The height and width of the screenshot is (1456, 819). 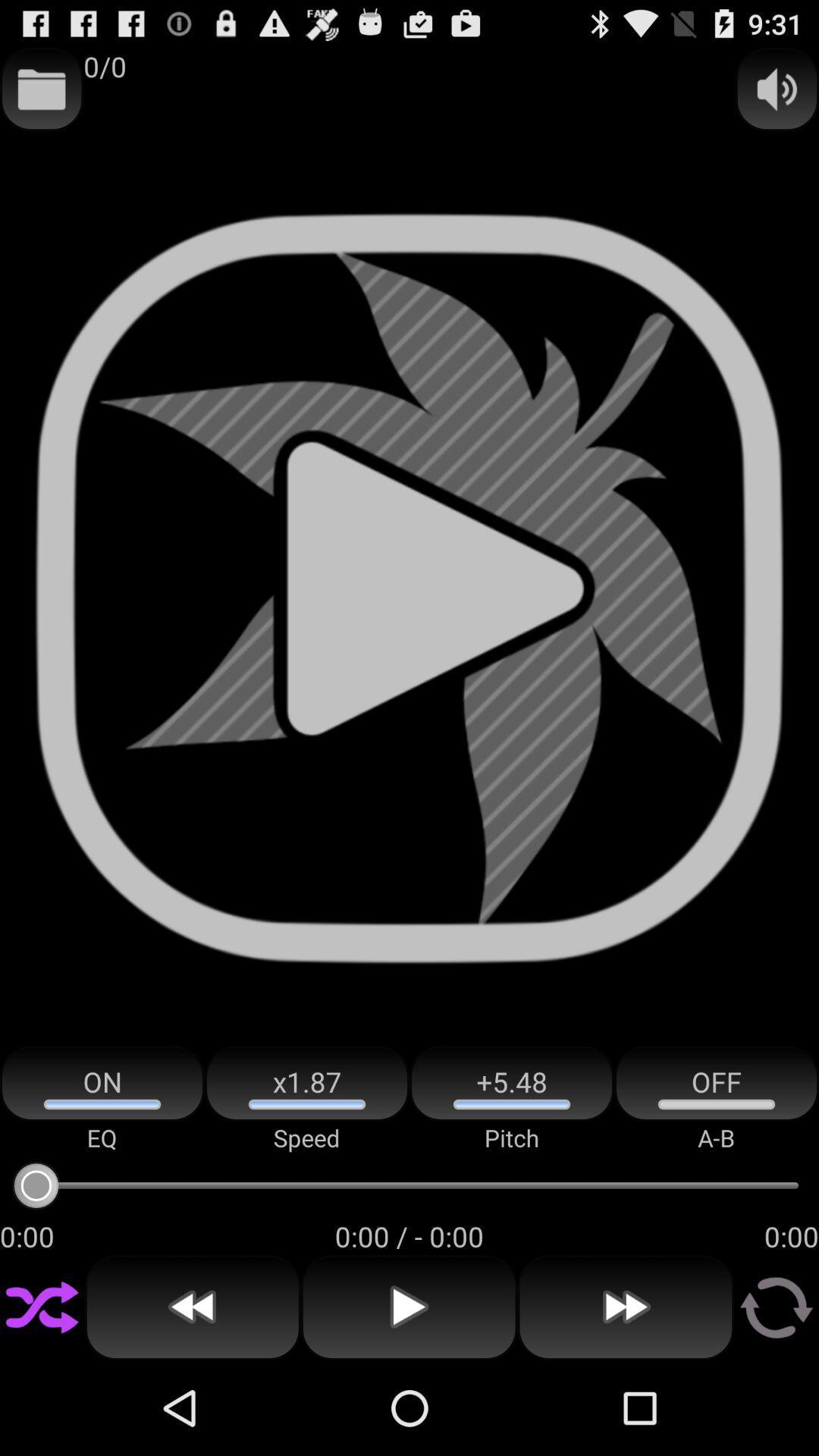 I want to click on the item to the right of +5.48 icon, so click(x=717, y=1083).